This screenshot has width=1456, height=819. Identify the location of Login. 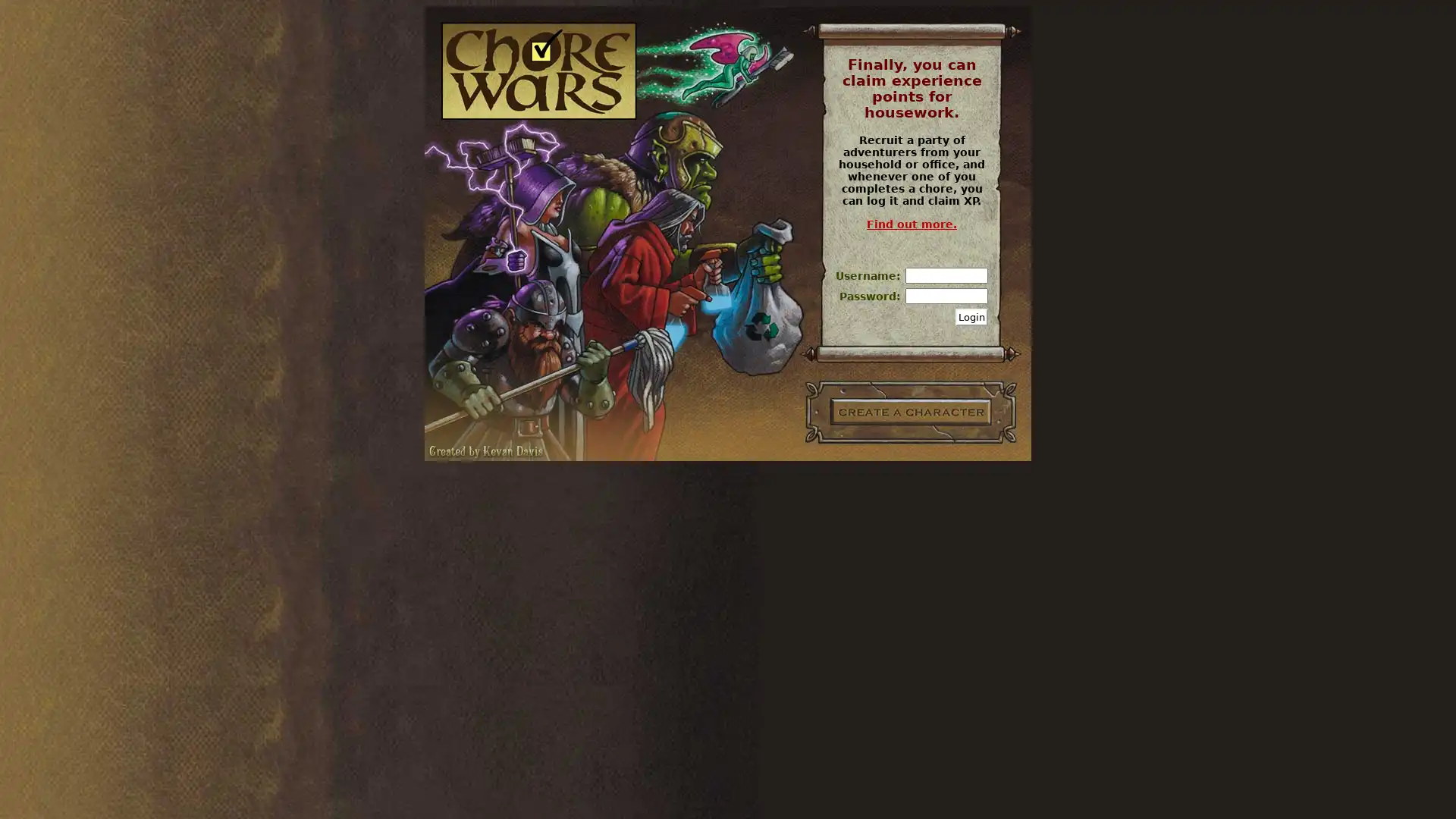
(971, 316).